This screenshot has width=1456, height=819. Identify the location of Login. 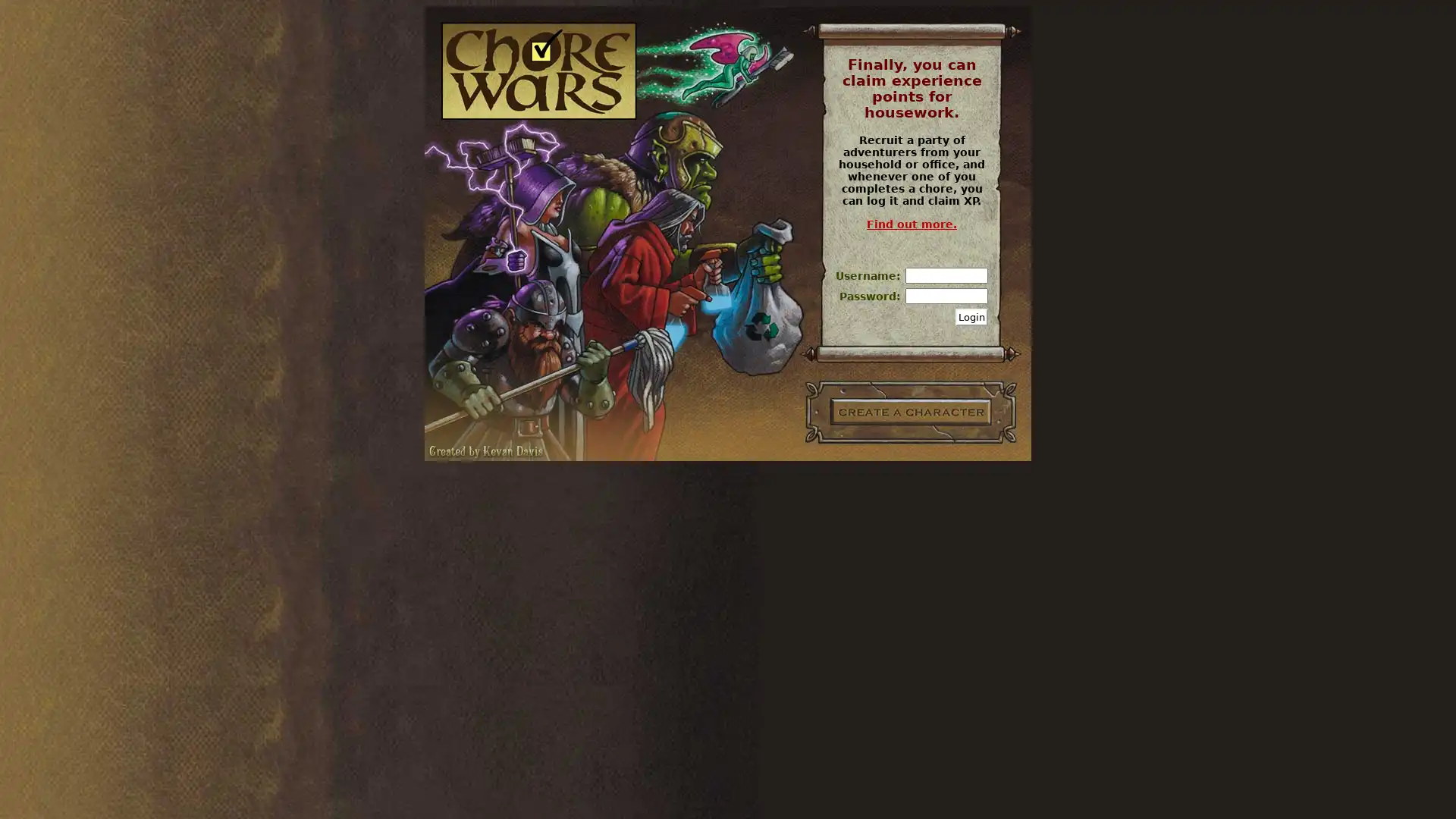
(971, 316).